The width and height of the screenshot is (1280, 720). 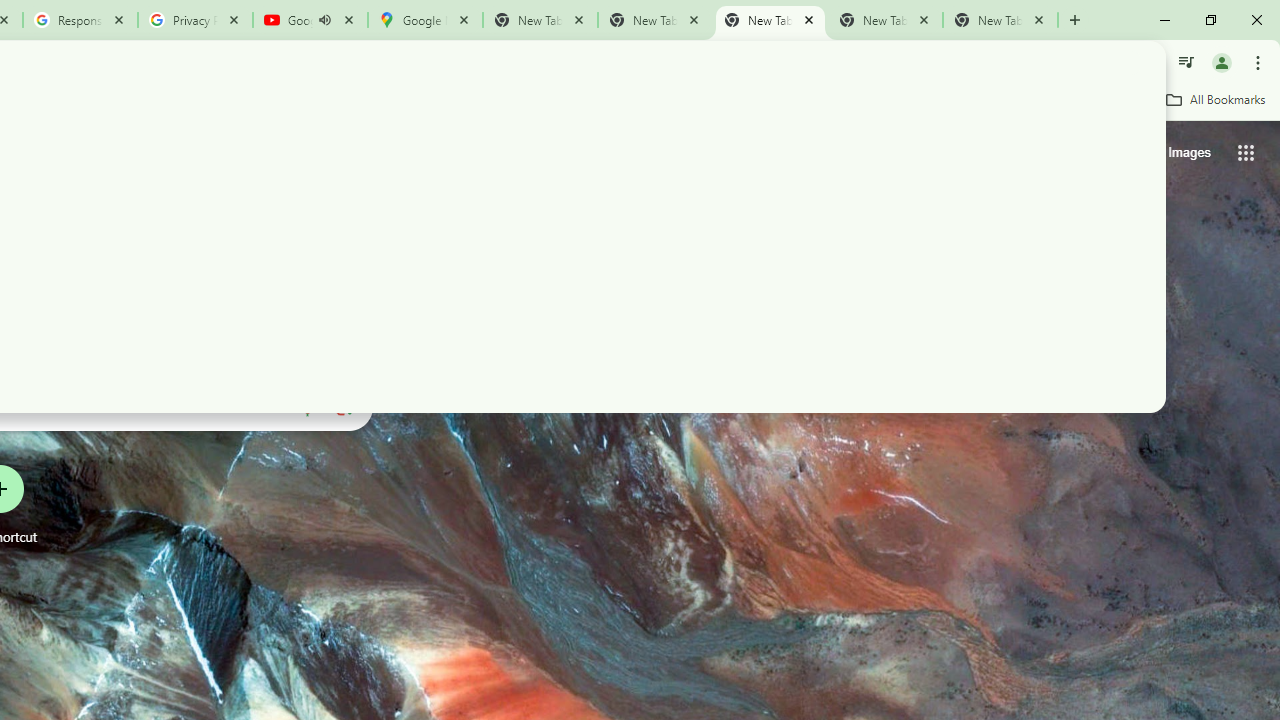 What do you see at coordinates (423, 20) in the screenshot?
I see `'Google Maps'` at bounding box center [423, 20].